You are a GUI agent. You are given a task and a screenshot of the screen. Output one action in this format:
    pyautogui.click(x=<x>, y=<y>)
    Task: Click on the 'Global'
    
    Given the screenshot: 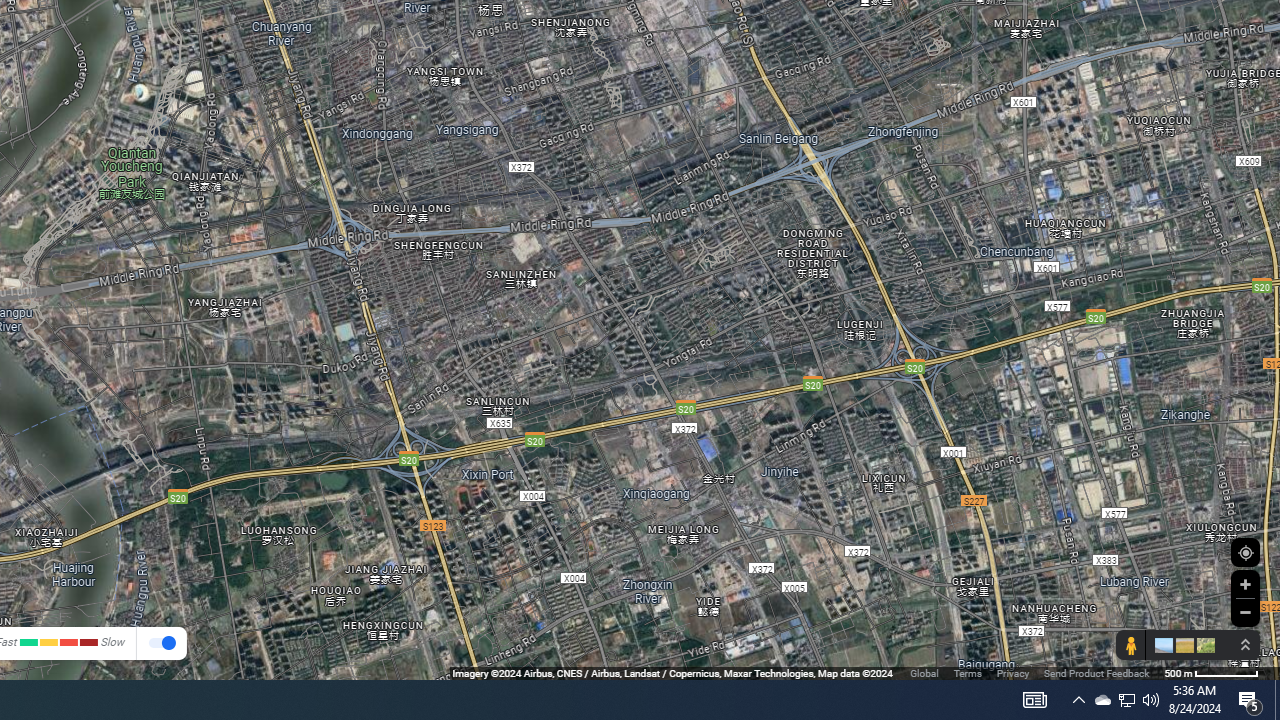 What is the action you would take?
    pyautogui.click(x=923, y=673)
    